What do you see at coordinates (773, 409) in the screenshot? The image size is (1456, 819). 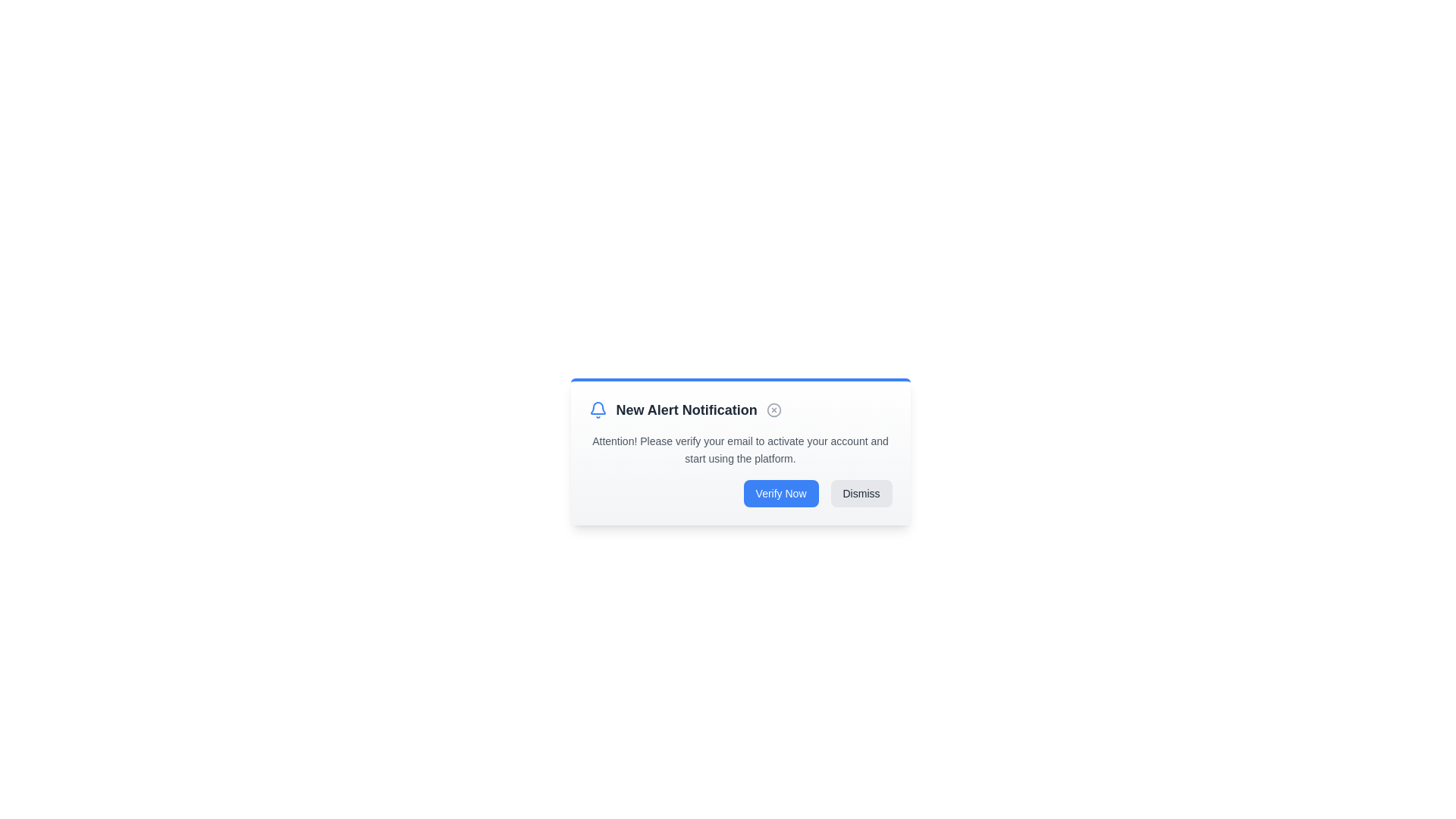 I see `the circular icon with a gray border and a white background containing a small gray 'X'` at bounding box center [773, 409].